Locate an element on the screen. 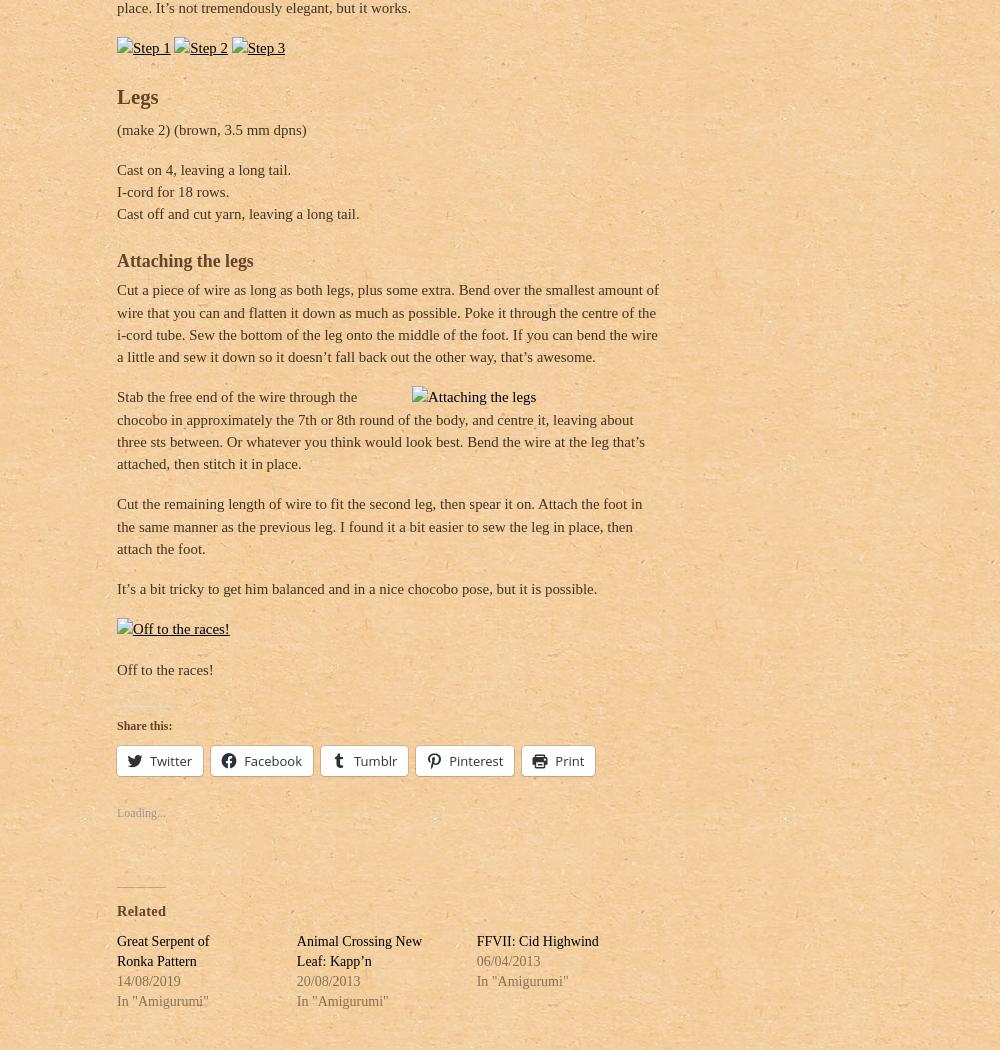 The height and width of the screenshot is (1050, 1000). '(make 2) (brown, 3.5 mm dpns)' is located at coordinates (210, 128).